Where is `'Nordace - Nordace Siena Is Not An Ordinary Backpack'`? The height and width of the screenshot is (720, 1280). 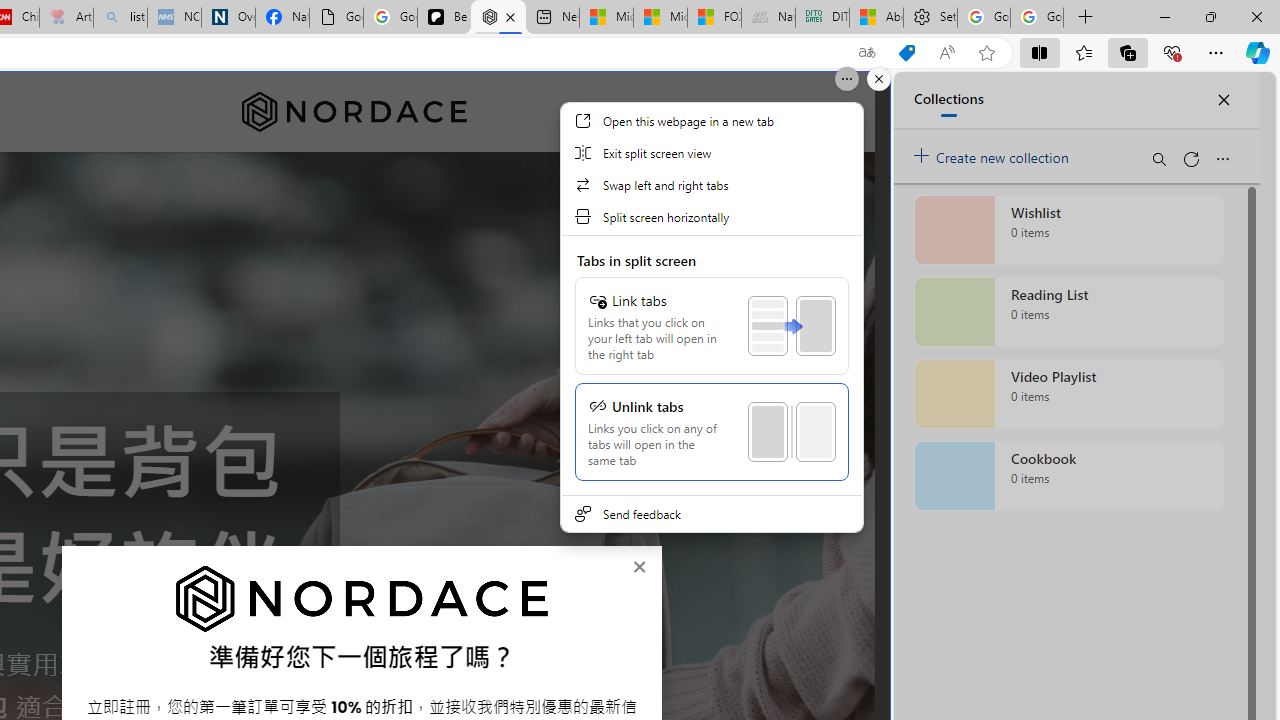 'Nordace - Nordace Siena Is Not An Ordinary Backpack' is located at coordinates (498, 17).